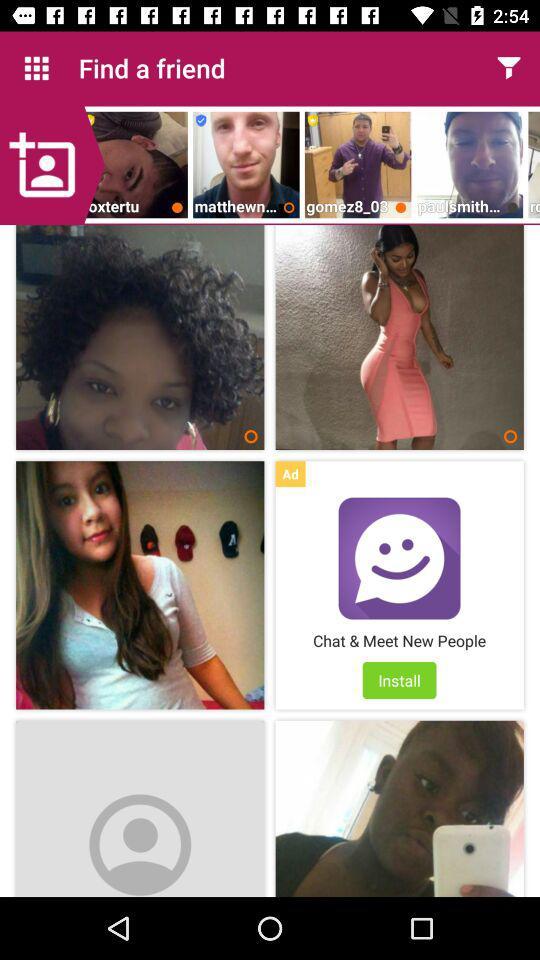  Describe the element at coordinates (399, 558) in the screenshot. I see `open advertisement` at that location.